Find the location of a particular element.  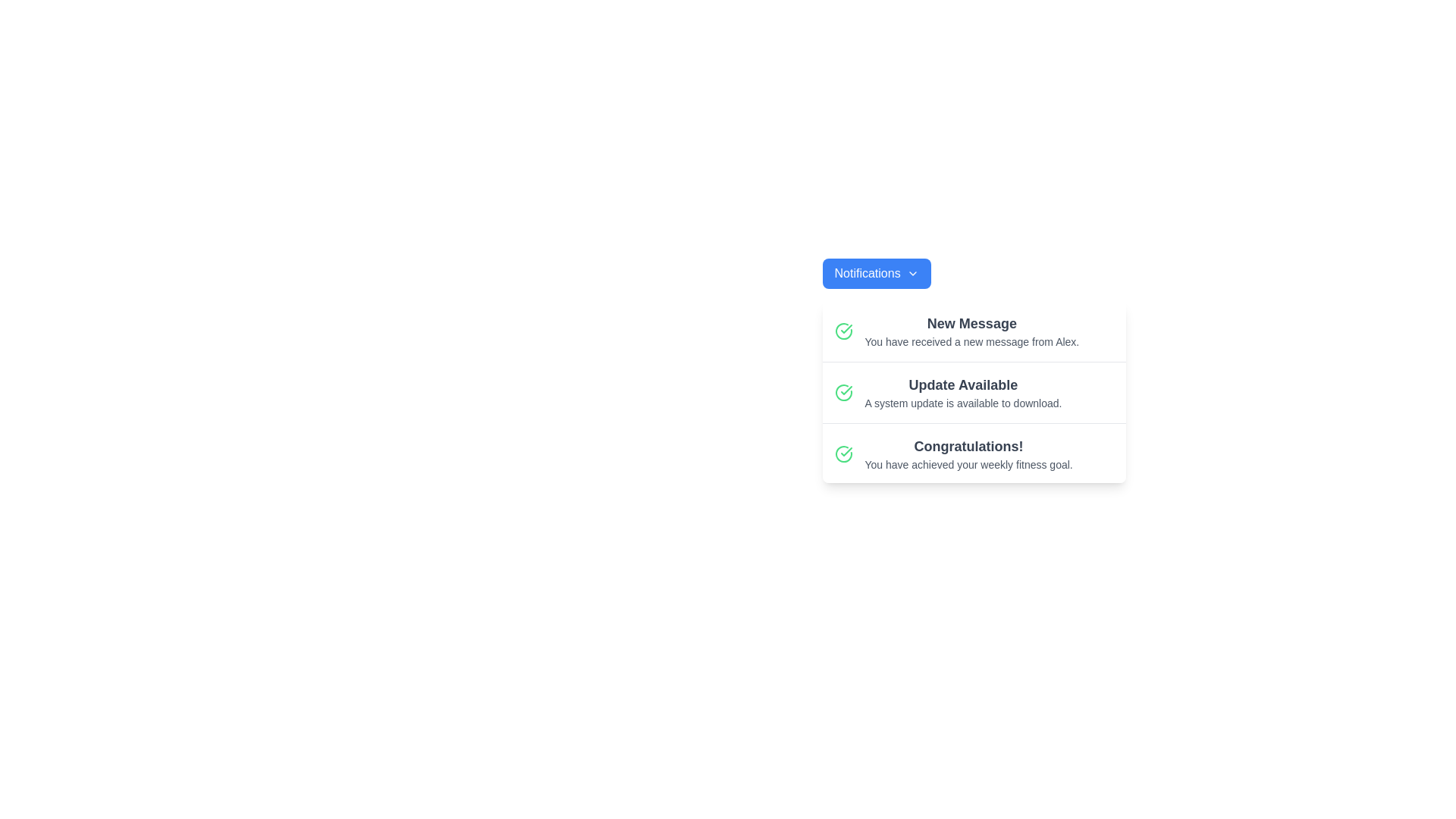

the circular green checkmark icon indicating confirmation, located to the left of the 'Update Available' notification is located at coordinates (843, 391).